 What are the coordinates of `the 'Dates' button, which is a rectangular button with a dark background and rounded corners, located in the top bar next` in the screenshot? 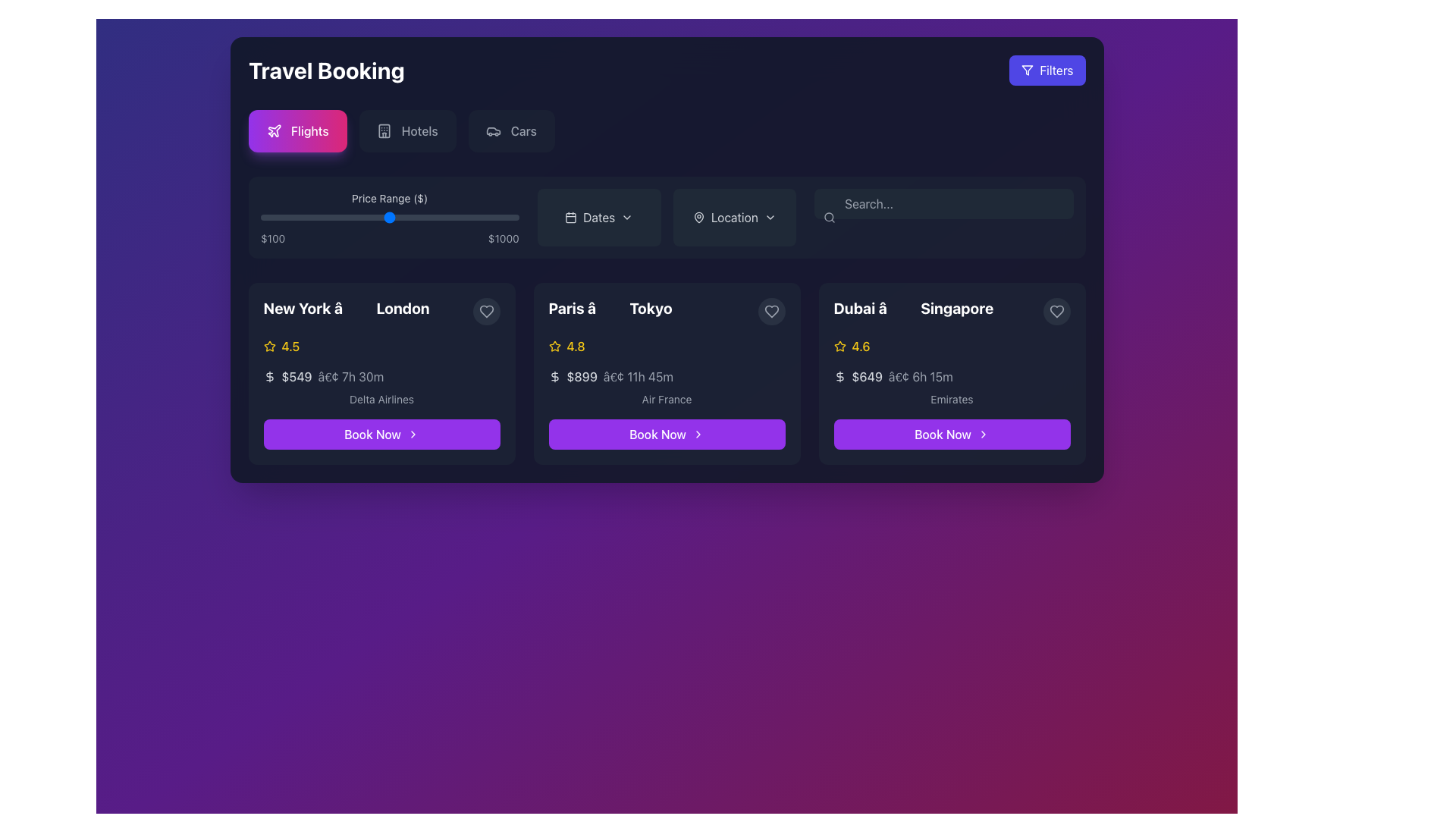 It's located at (598, 217).